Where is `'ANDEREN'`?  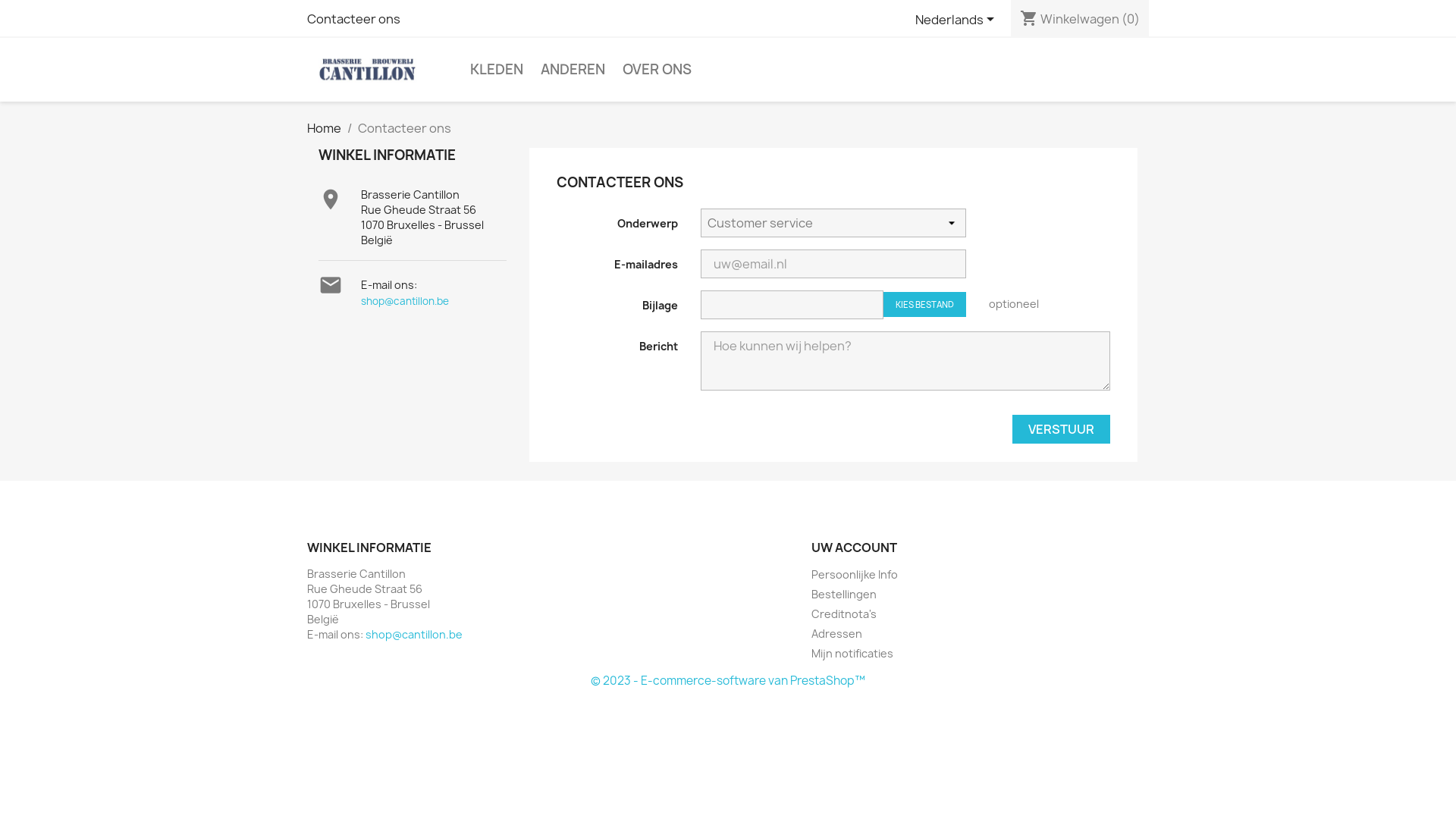 'ANDEREN' is located at coordinates (572, 70).